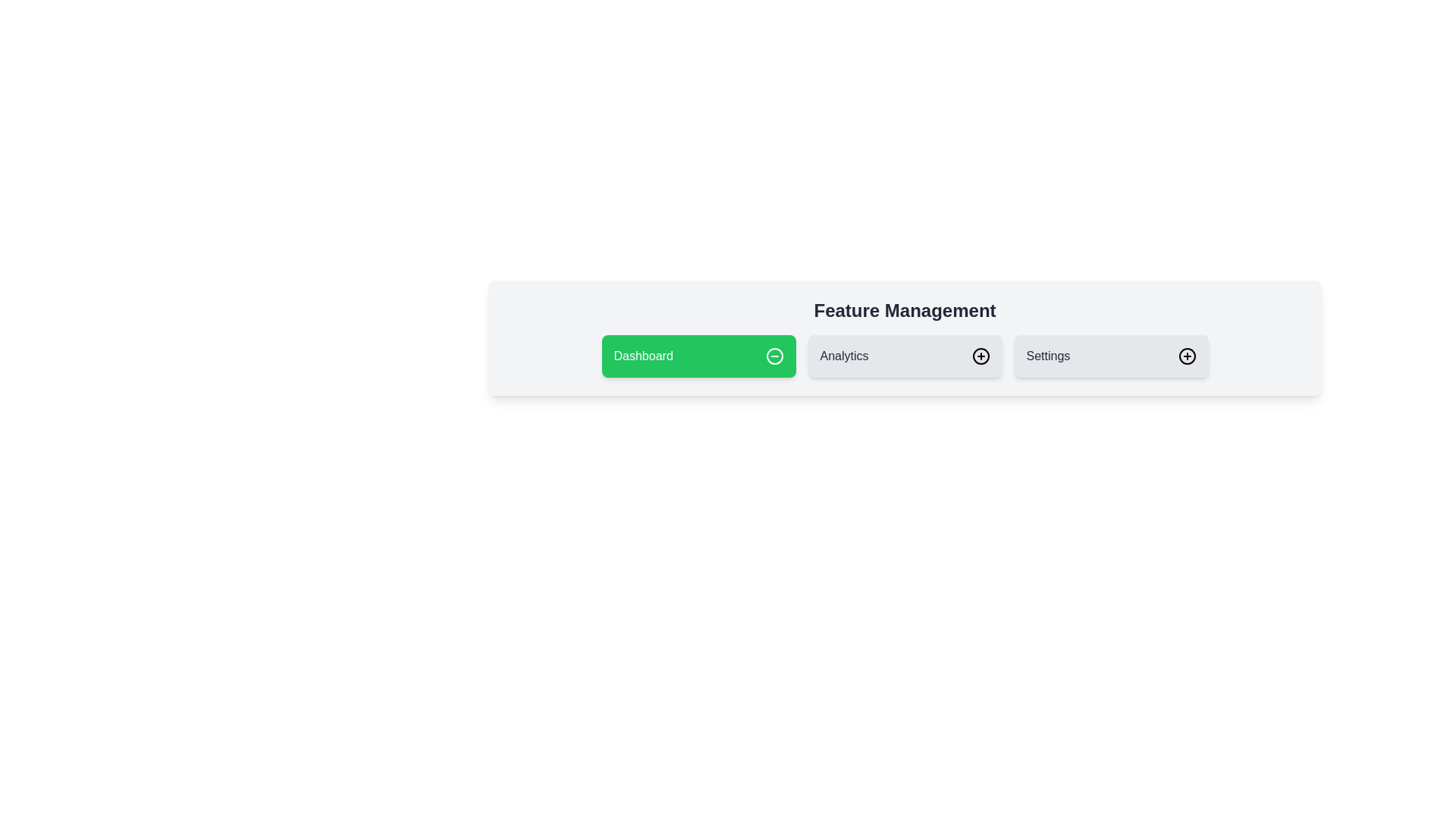  I want to click on the circular boundary of the plus icon, which serves as a decorative boundary for the 'Settings' button located at the right end of the middle bar, so click(981, 356).